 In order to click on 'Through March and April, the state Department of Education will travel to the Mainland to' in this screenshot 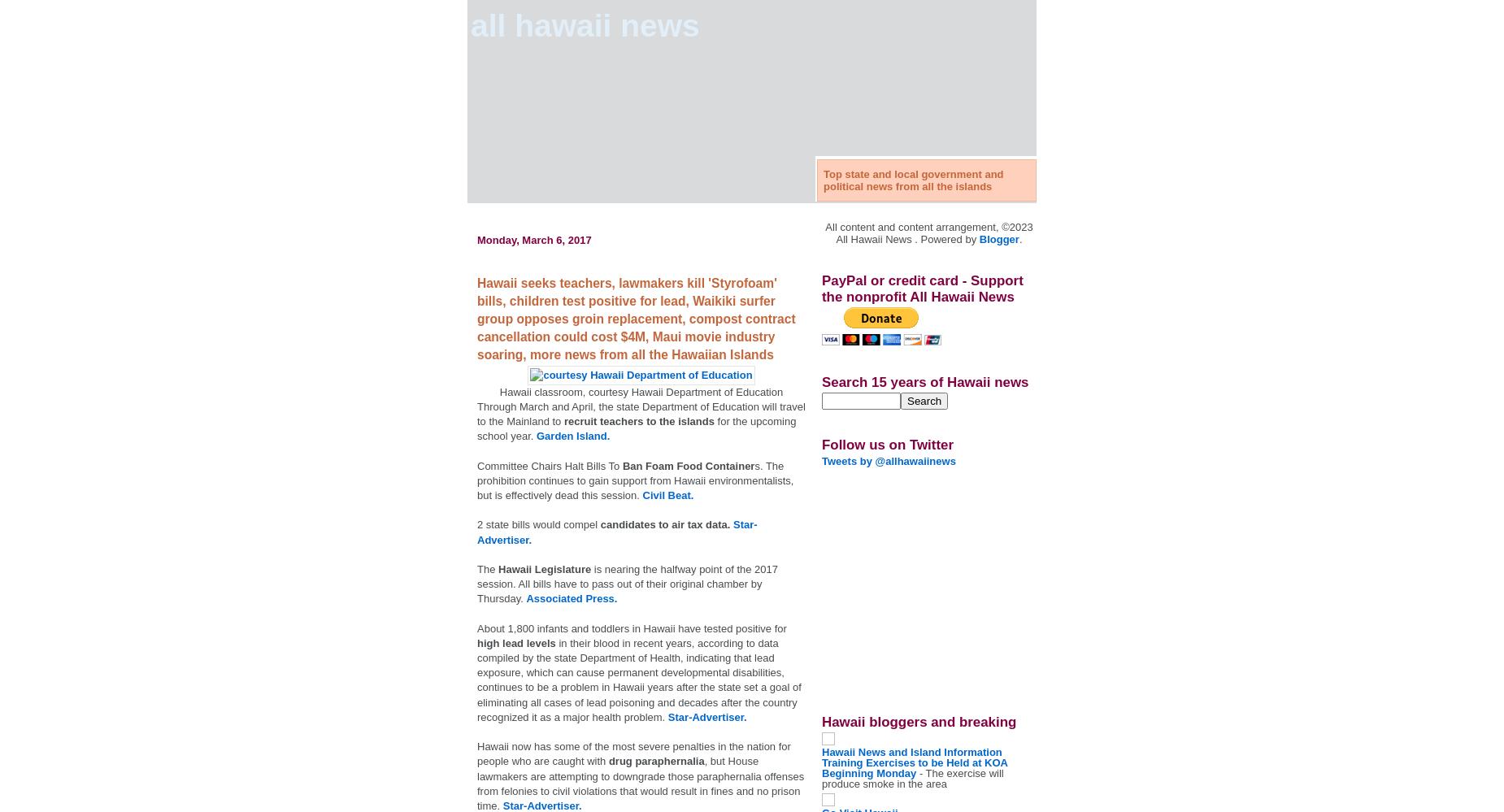, I will do `click(641, 412)`.